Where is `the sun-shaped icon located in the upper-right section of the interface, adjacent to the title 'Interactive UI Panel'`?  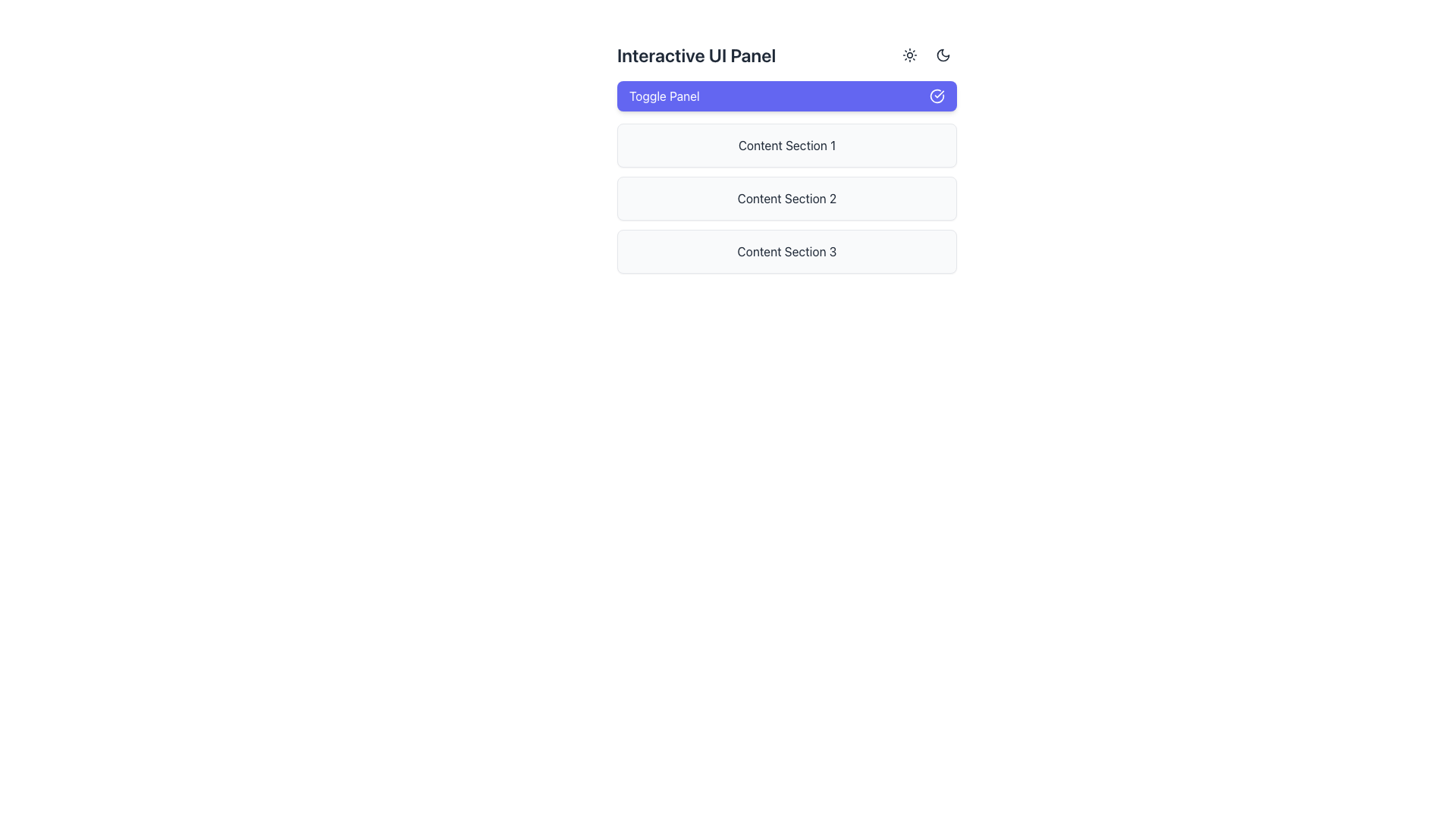
the sun-shaped icon located in the upper-right section of the interface, adjacent to the title 'Interactive UI Panel' is located at coordinates (910, 55).